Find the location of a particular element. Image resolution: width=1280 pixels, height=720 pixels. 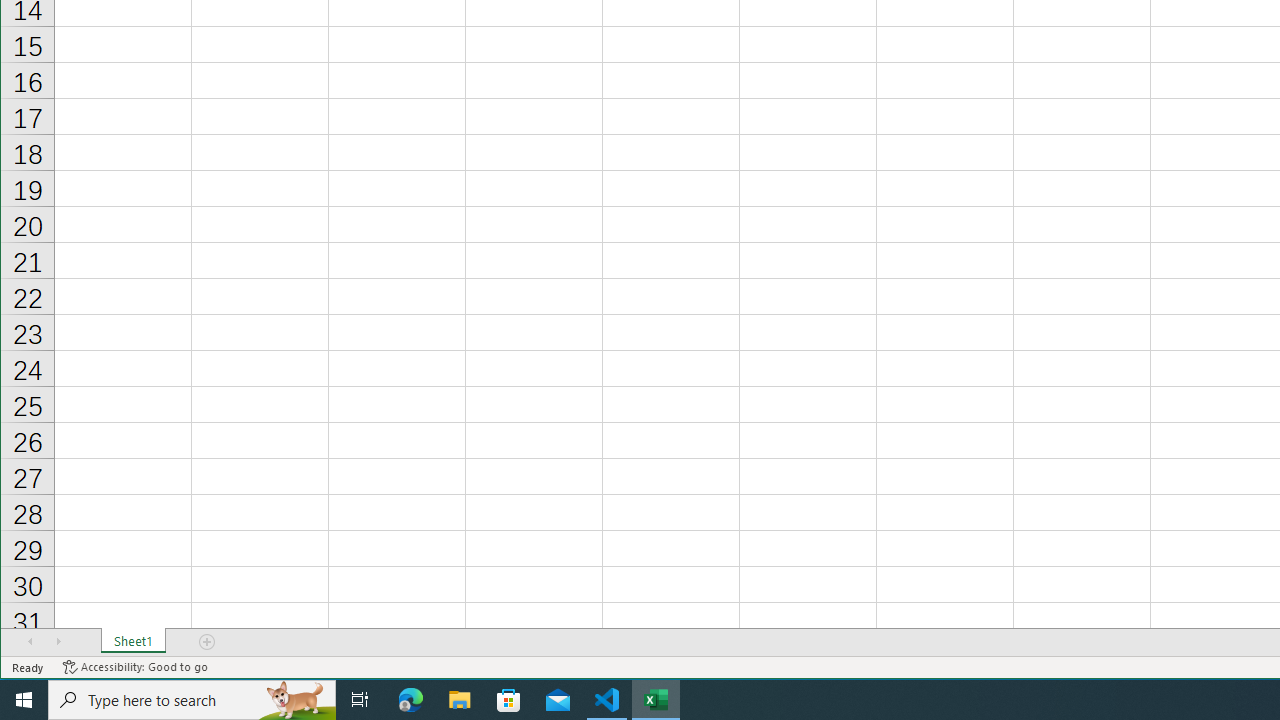

'Type here to search' is located at coordinates (192, 698).